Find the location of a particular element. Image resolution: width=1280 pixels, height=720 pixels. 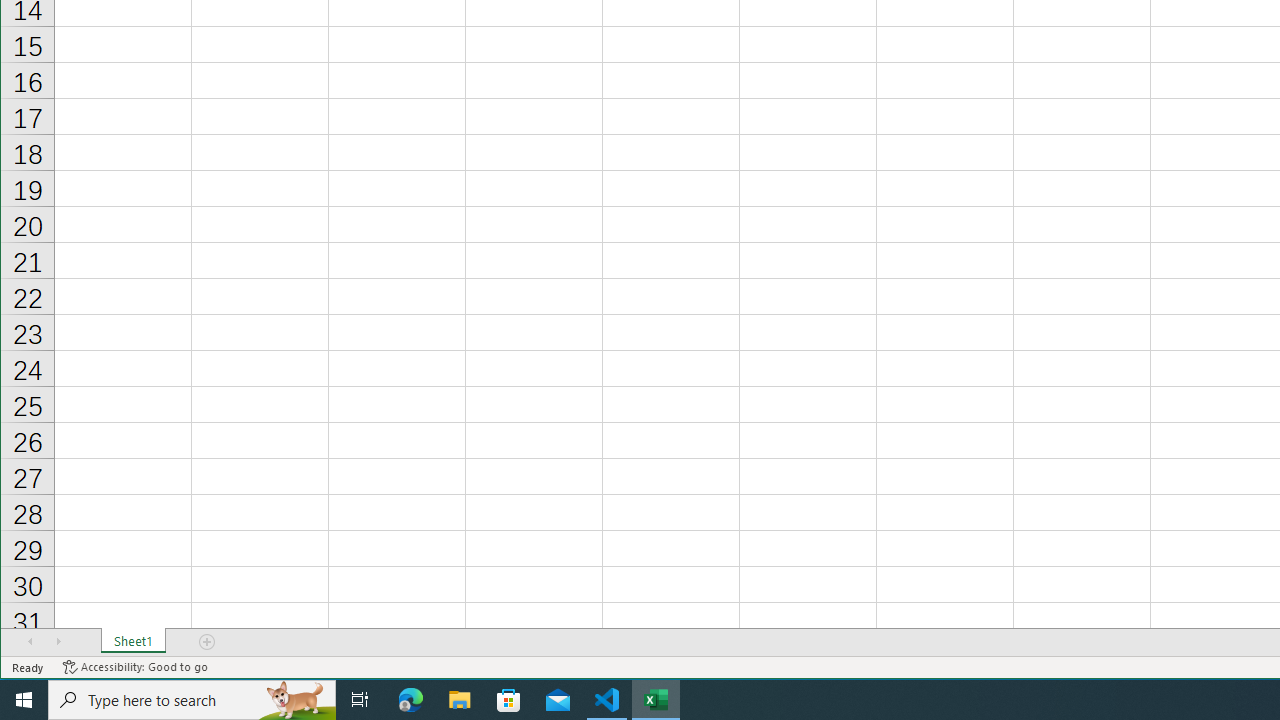

'Type here to search' is located at coordinates (192, 698).